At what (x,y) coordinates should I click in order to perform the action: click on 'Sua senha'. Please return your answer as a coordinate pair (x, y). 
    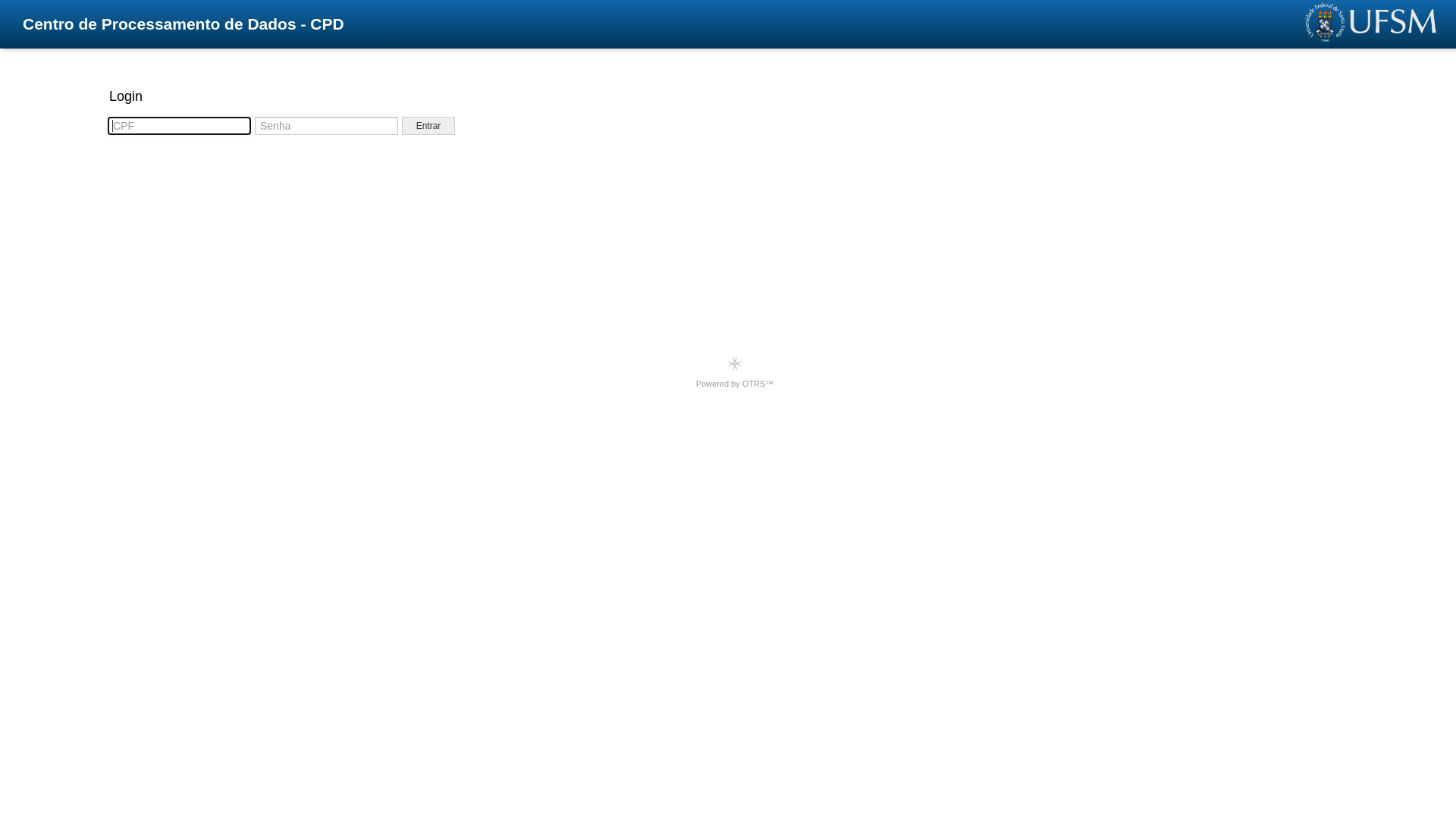
    Looking at the image, I should click on (325, 124).